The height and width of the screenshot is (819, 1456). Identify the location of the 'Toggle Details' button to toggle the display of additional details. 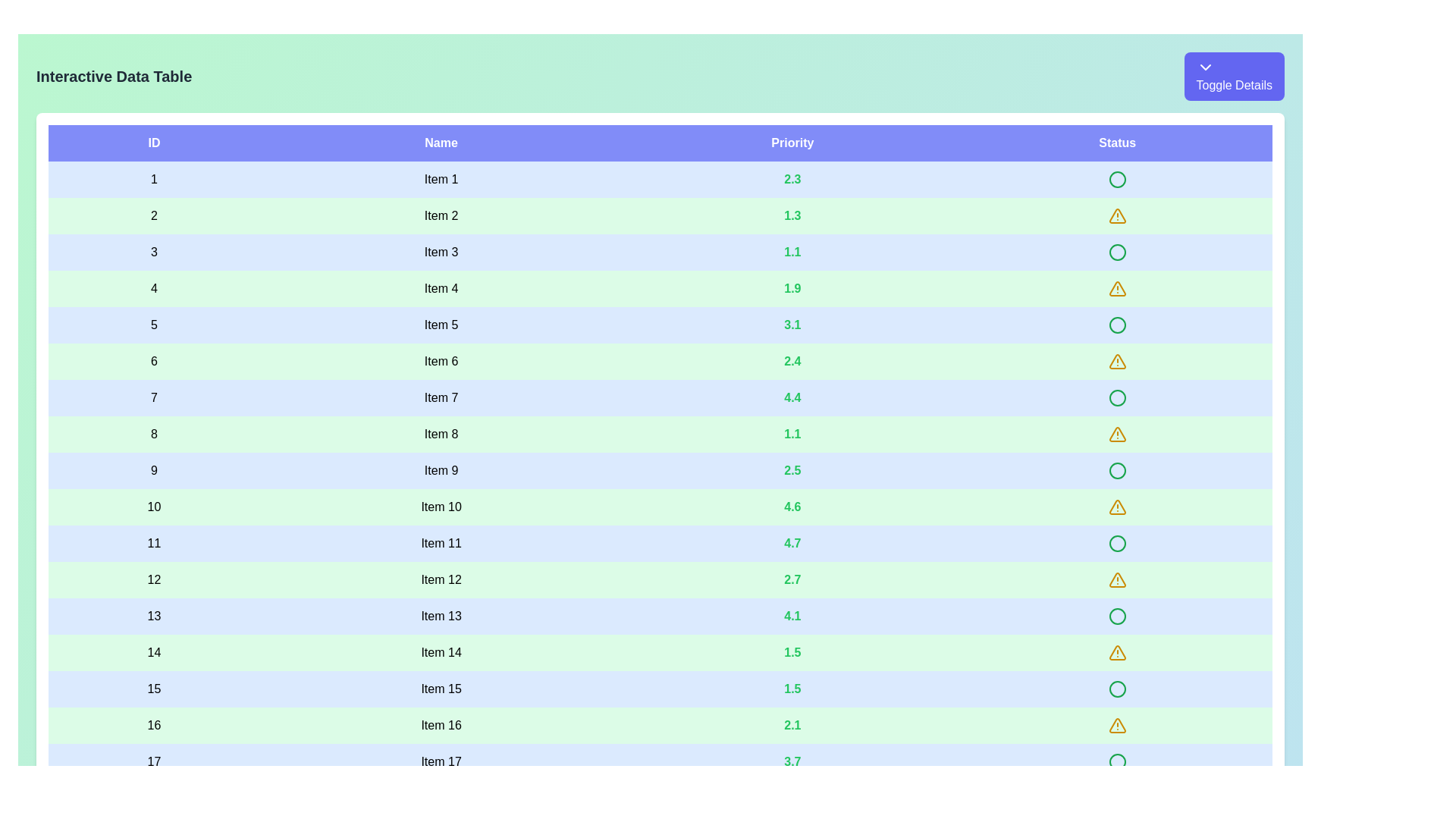
(1234, 76).